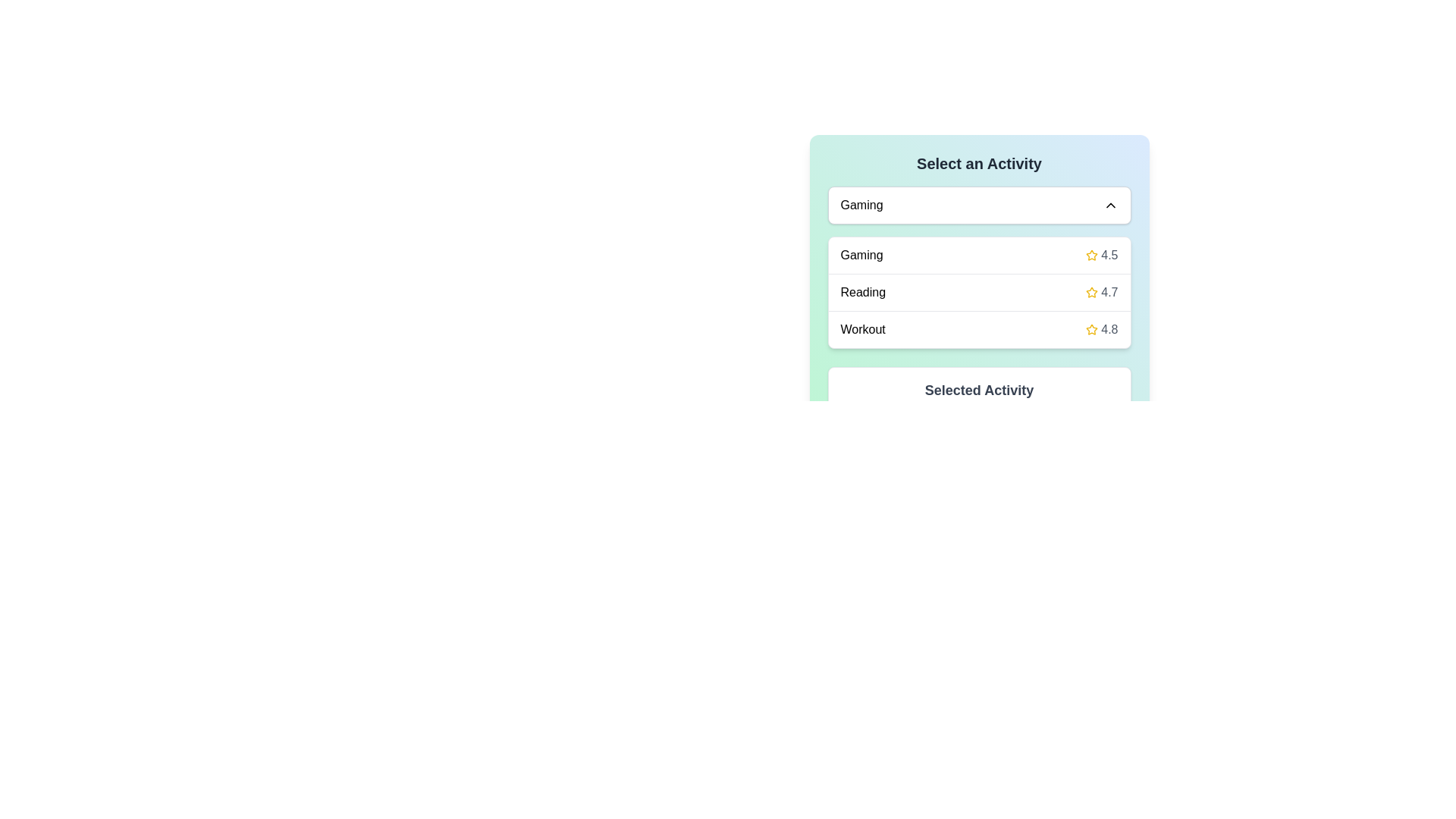 Image resolution: width=1456 pixels, height=819 pixels. I want to click on the static text label displaying 'Reading' in the dropdown menu titled 'Select an Activity', which is positioned between 'Gaming' and 'Workout', so click(863, 292).